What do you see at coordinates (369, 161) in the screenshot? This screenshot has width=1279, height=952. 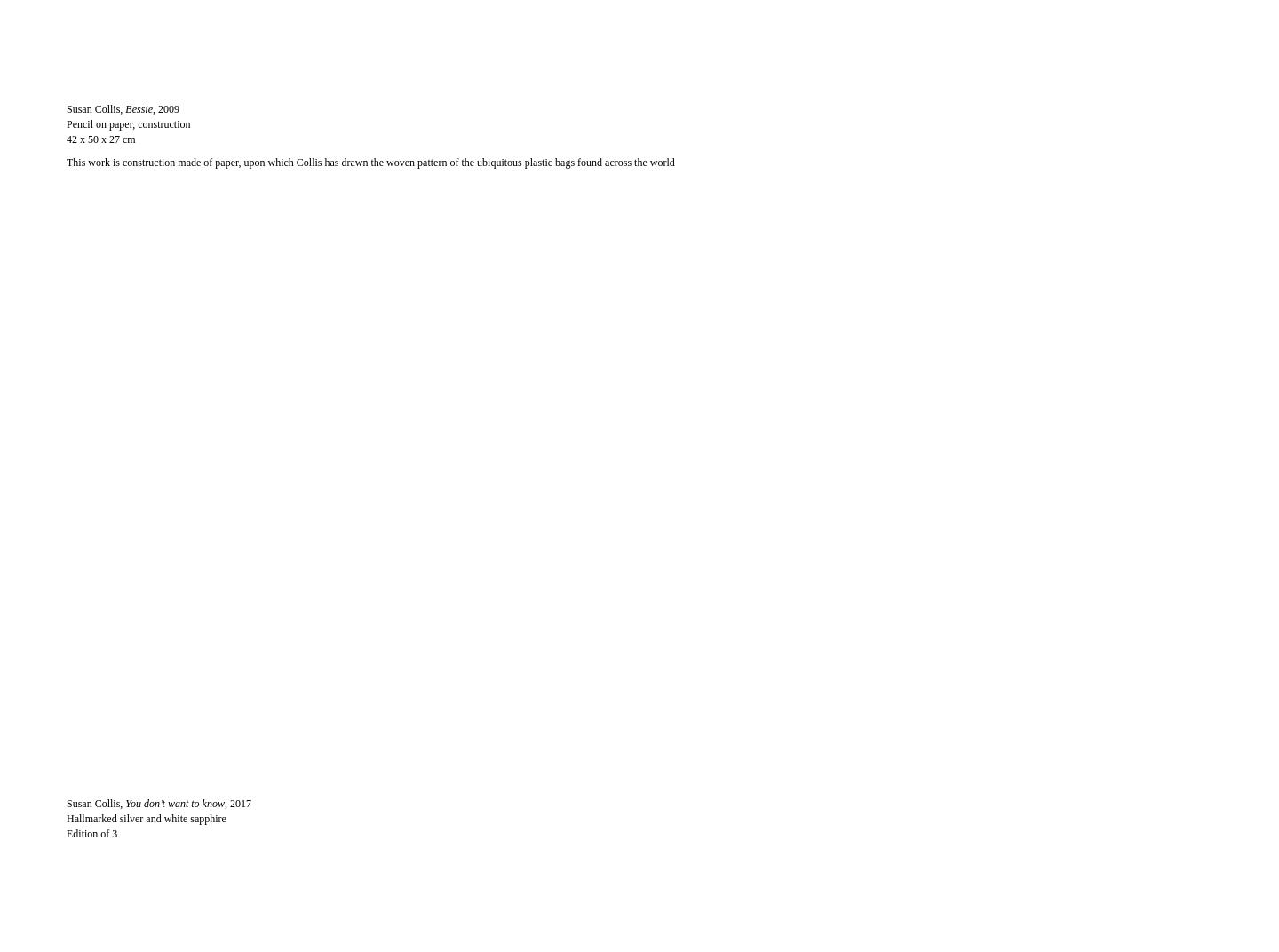 I see `'This work is construction made of paper, upon which Collis has drawn the woven pattern of the ubiquitous plastic bags found across the world'` at bounding box center [369, 161].